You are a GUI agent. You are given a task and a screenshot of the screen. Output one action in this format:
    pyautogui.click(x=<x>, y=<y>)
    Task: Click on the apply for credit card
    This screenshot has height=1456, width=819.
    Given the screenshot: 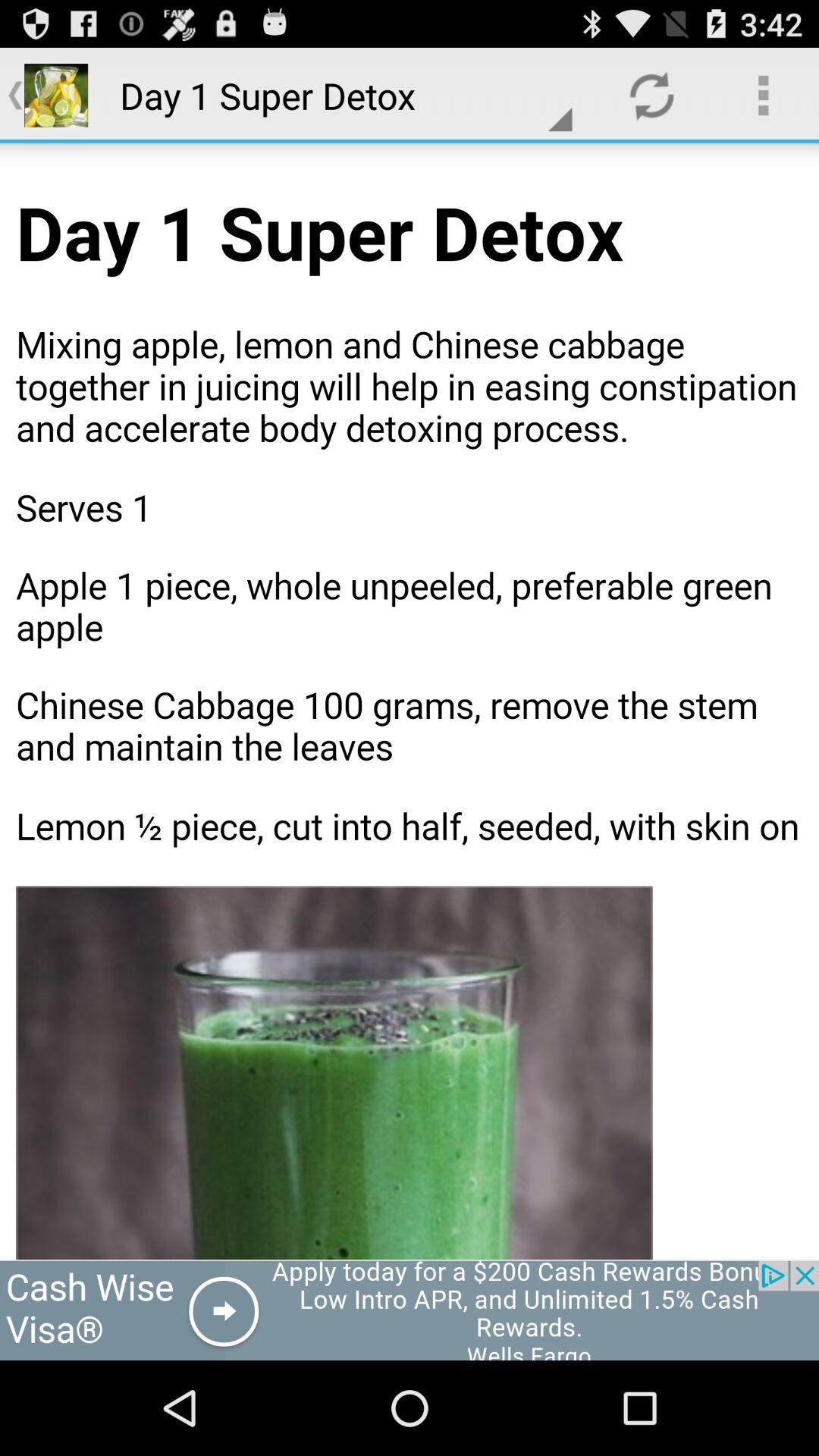 What is the action you would take?
    pyautogui.click(x=409, y=1310)
    